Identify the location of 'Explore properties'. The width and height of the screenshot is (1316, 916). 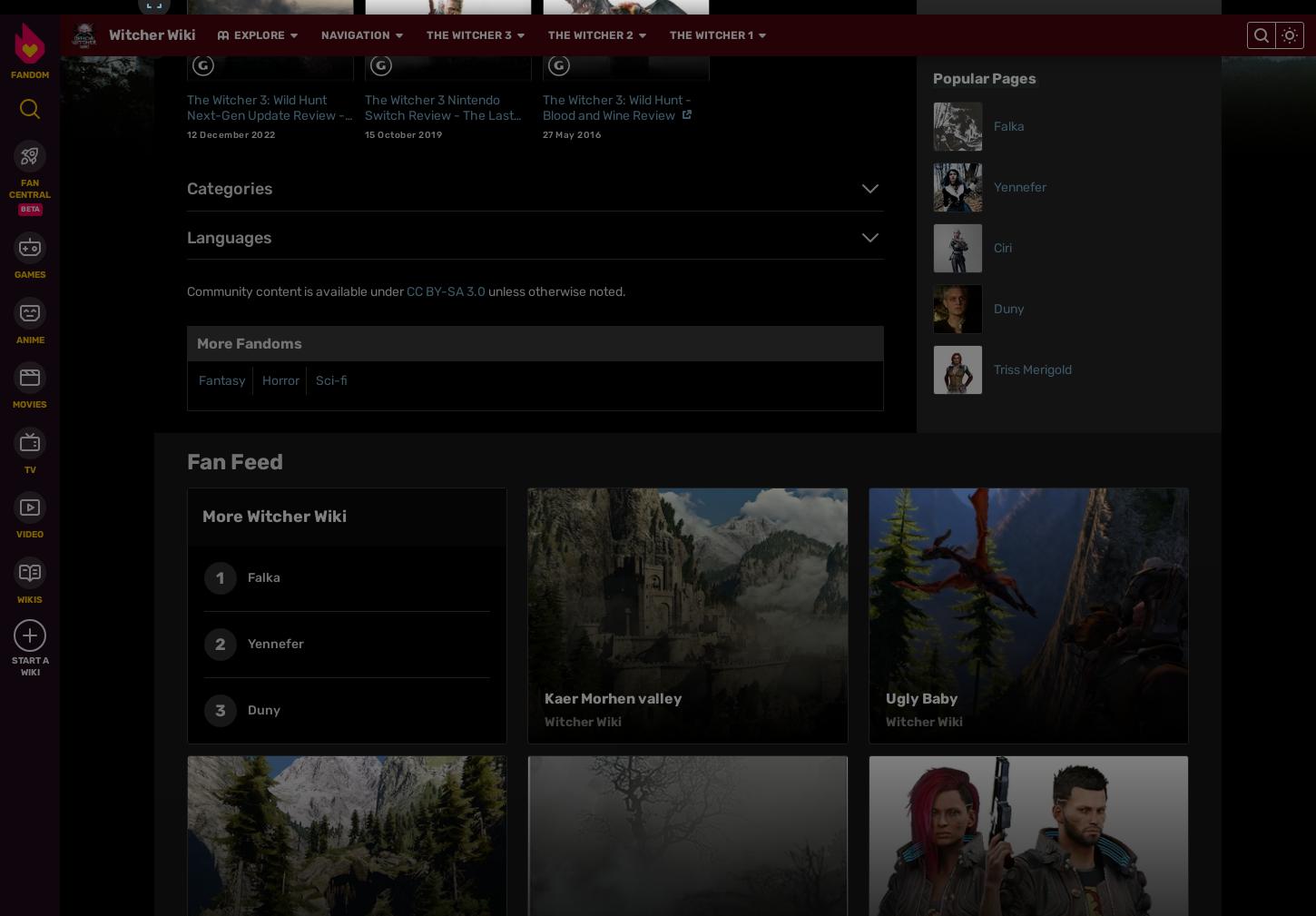
(302, 575).